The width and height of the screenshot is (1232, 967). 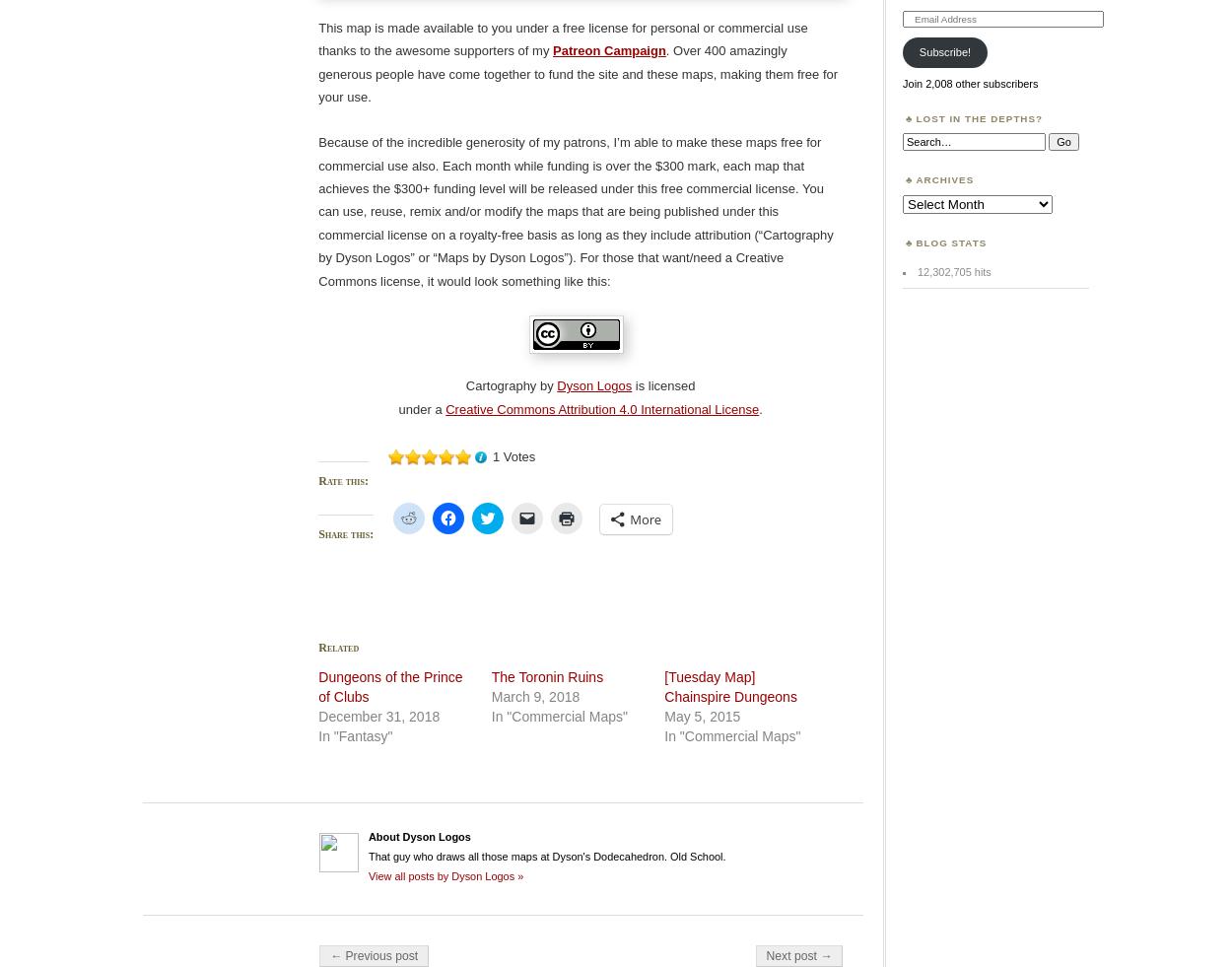 I want to click on 'under a', so click(x=398, y=407).